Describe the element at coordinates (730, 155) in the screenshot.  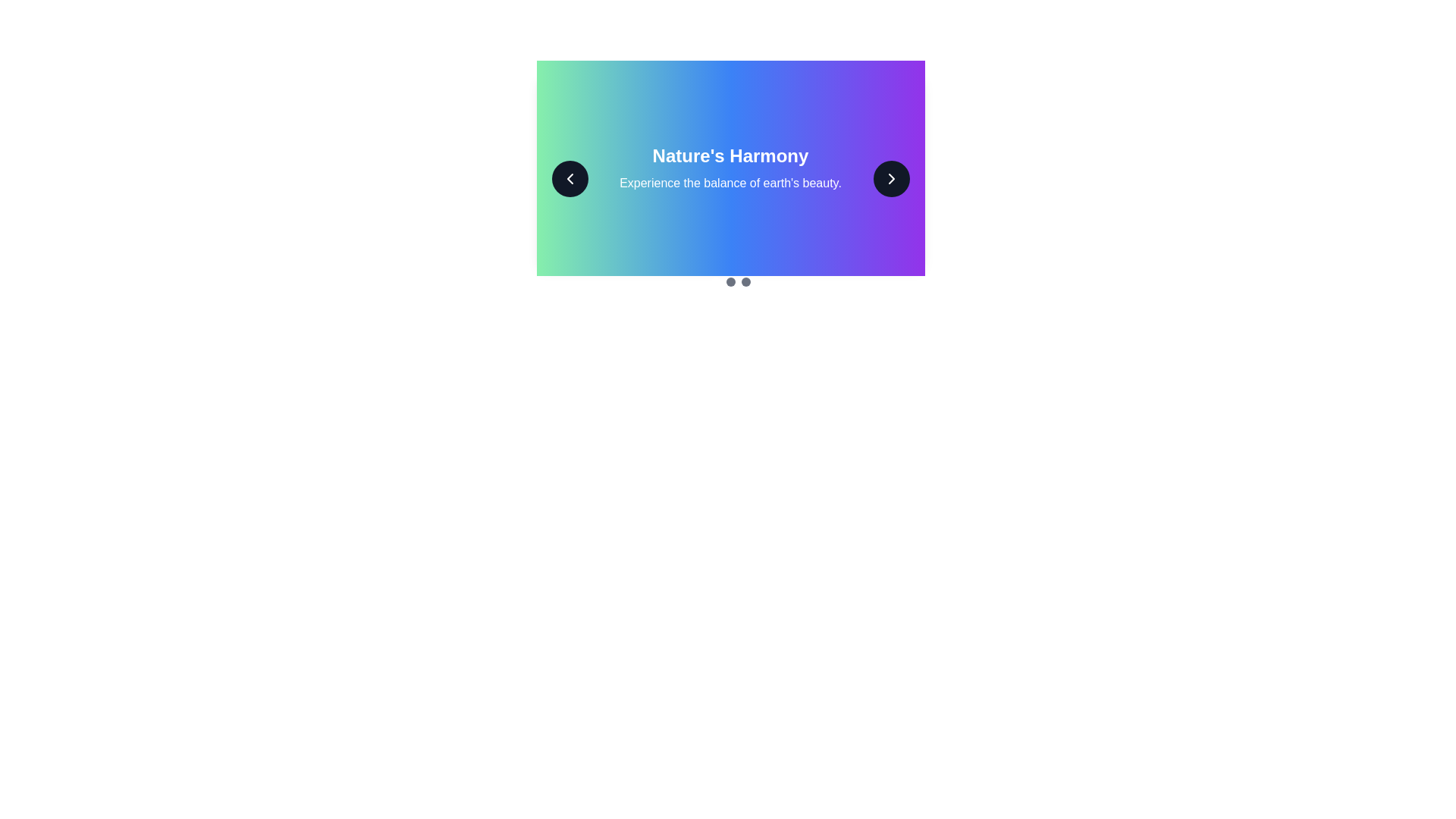
I see `the bold text element reading 'Nature's Harmony' which is prominently styled in white on a colorful gradient background` at that location.